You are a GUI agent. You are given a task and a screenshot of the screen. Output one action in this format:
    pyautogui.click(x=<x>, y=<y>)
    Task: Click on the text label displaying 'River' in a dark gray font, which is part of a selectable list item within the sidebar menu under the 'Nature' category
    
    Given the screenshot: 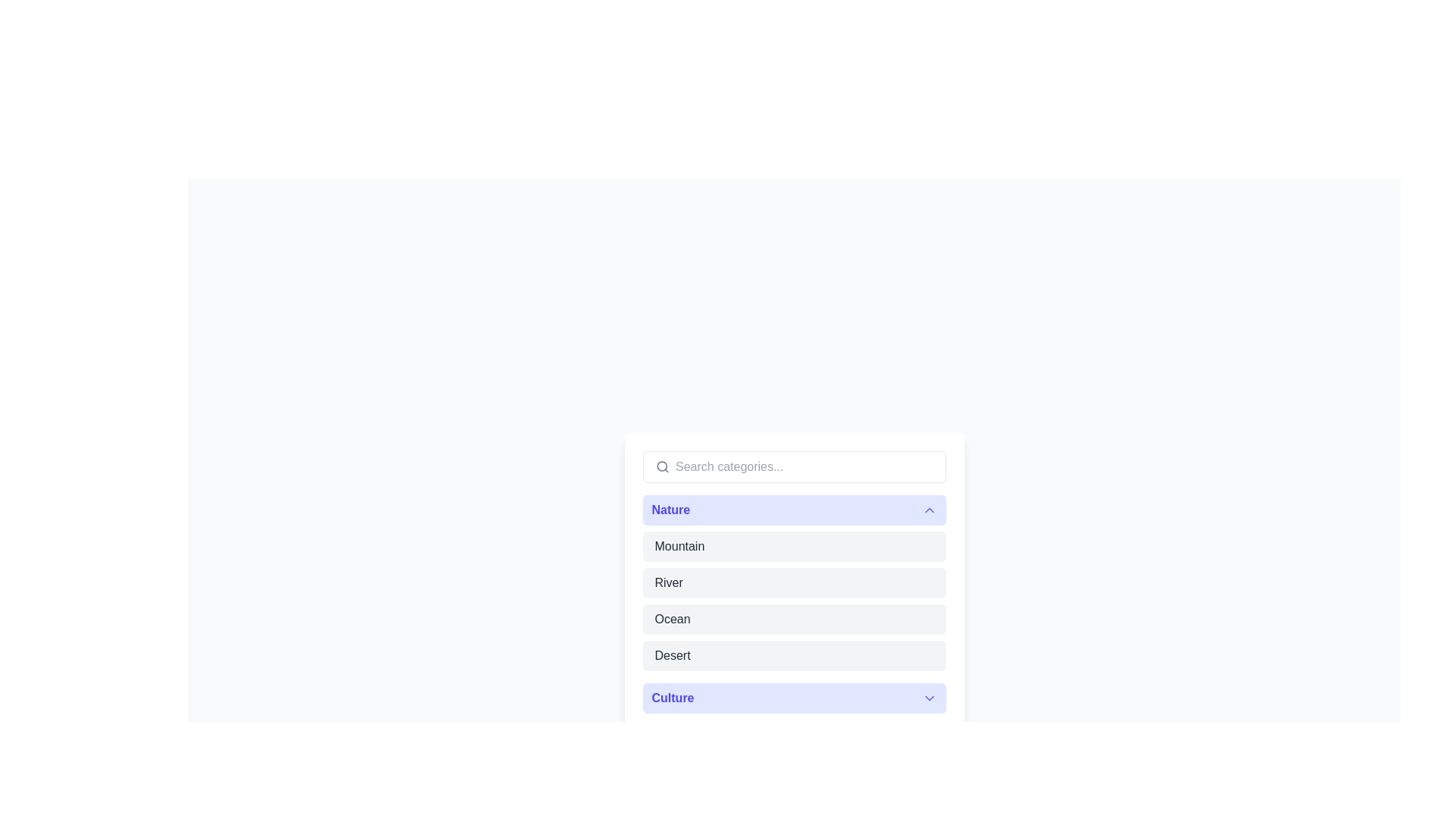 What is the action you would take?
    pyautogui.click(x=668, y=582)
    